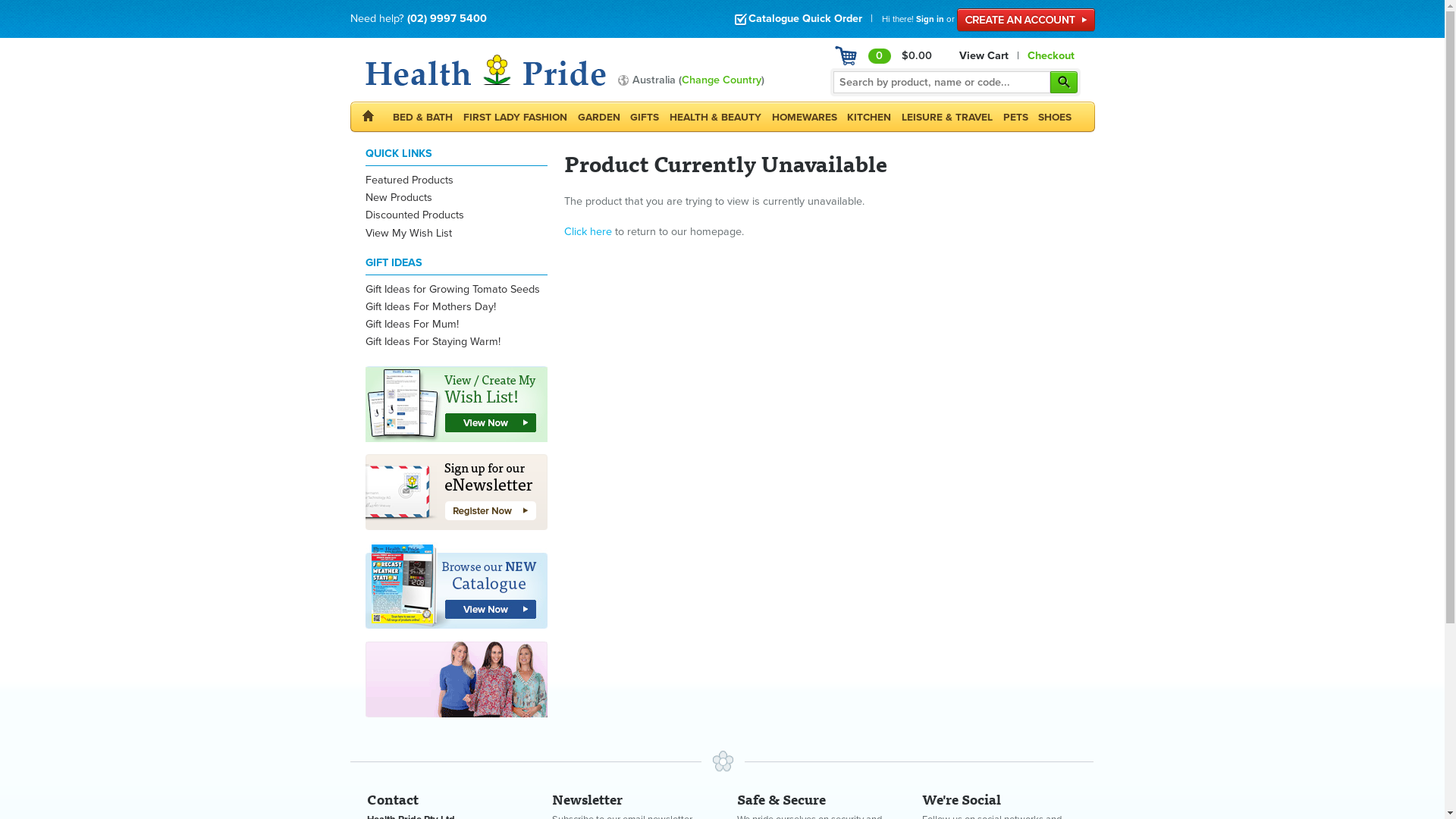  What do you see at coordinates (1050, 55) in the screenshot?
I see `'Checkout'` at bounding box center [1050, 55].